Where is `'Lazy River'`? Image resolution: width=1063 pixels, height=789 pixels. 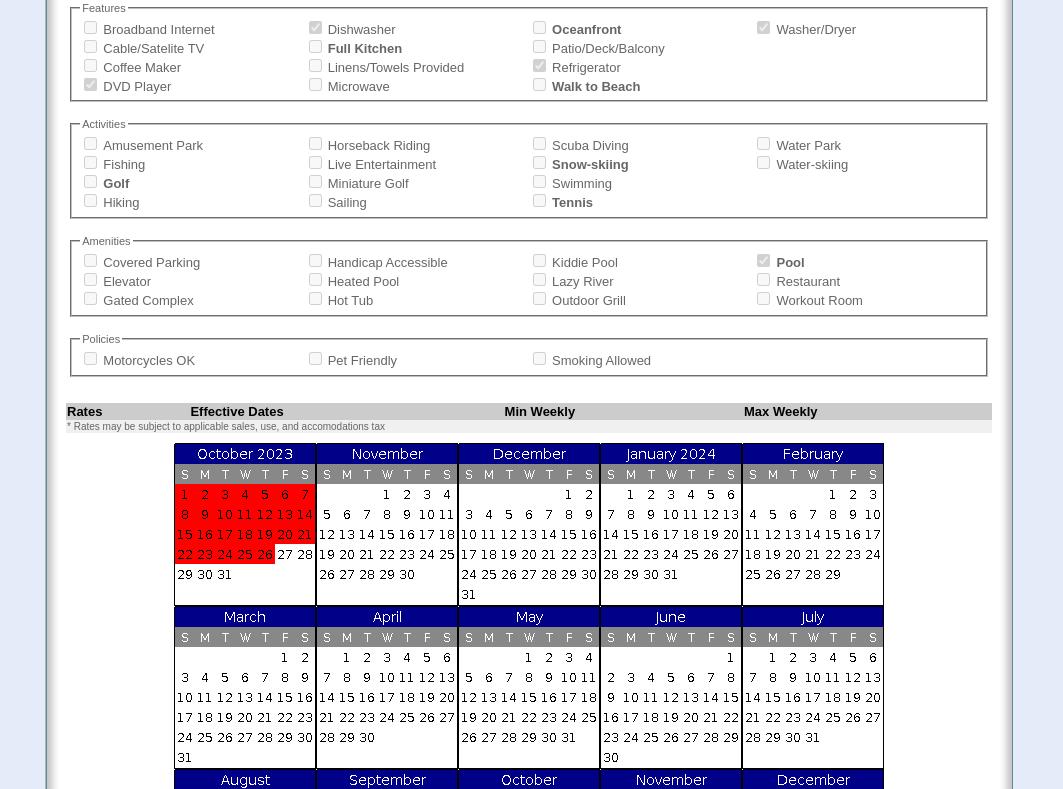 'Lazy River' is located at coordinates (581, 281).